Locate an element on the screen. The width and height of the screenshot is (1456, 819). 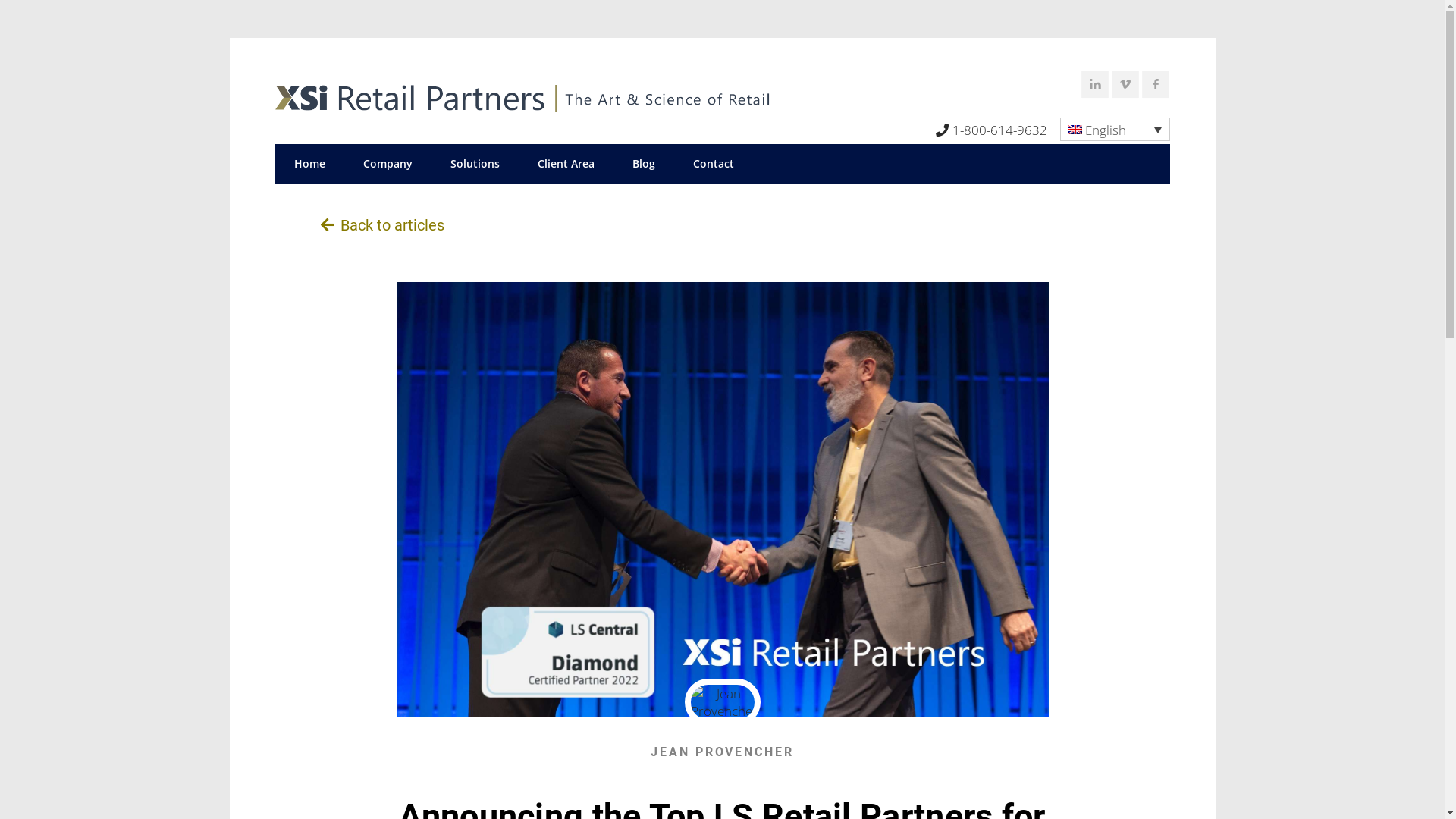
'Facebook' is located at coordinates (1156, 86).